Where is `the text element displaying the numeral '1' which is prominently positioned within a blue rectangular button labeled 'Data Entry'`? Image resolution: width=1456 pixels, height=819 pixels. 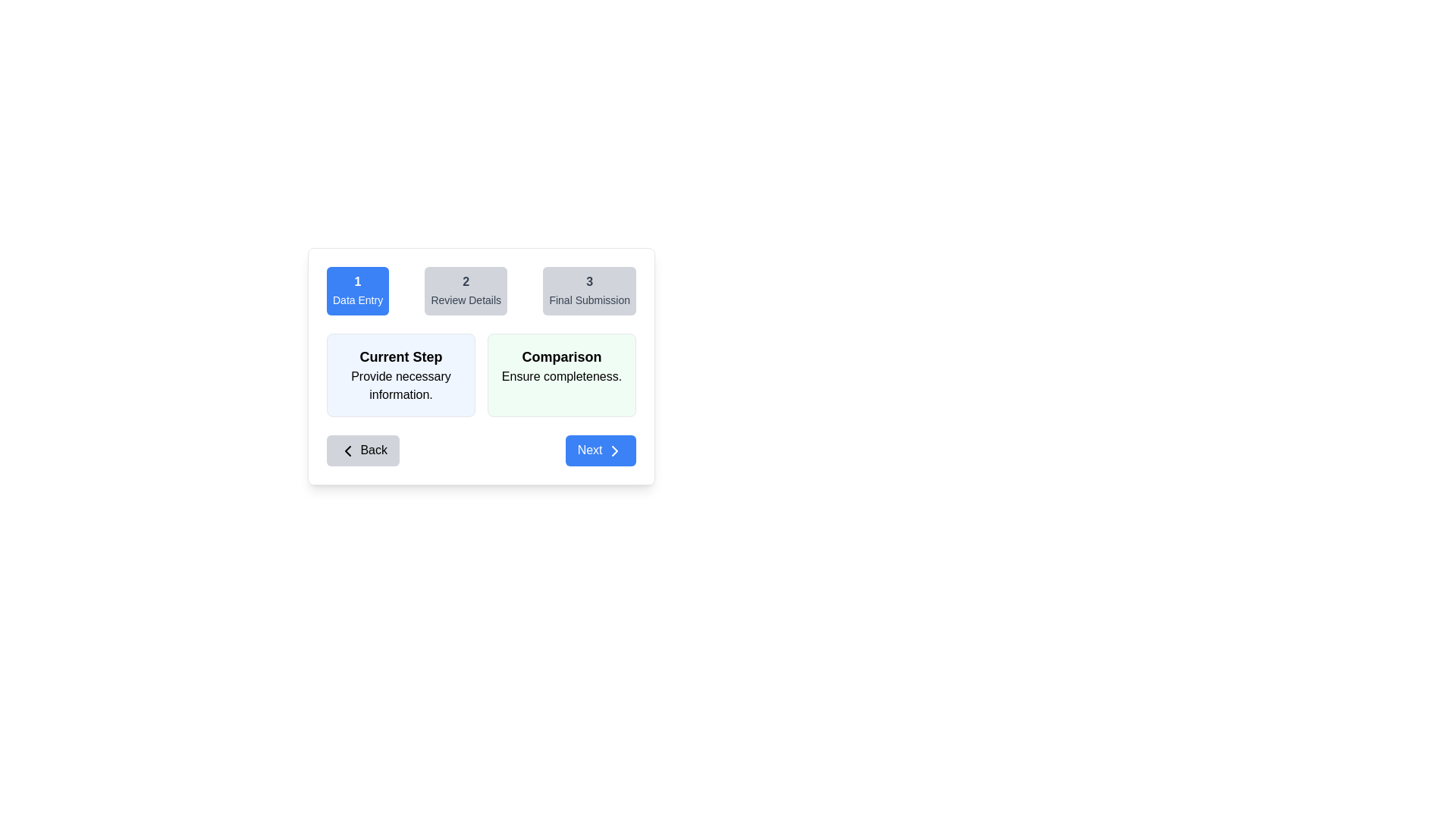 the text element displaying the numeral '1' which is prominently positioned within a blue rectangular button labeled 'Data Entry' is located at coordinates (357, 281).